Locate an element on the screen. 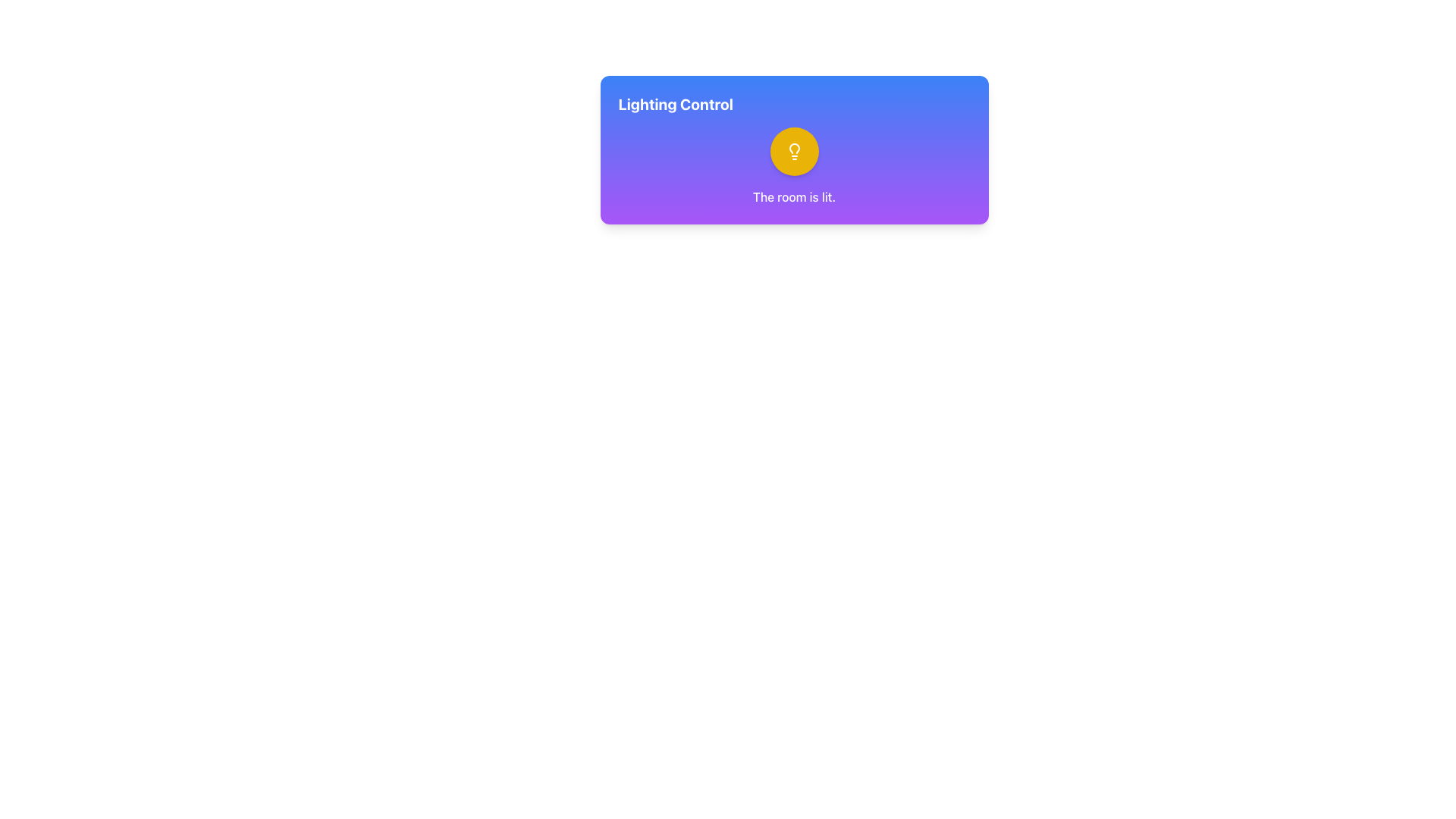  the static text label indicating the current state of the lighting in the room, located at the bottom of the 'Lighting Control' card with a gradient background is located at coordinates (793, 196).